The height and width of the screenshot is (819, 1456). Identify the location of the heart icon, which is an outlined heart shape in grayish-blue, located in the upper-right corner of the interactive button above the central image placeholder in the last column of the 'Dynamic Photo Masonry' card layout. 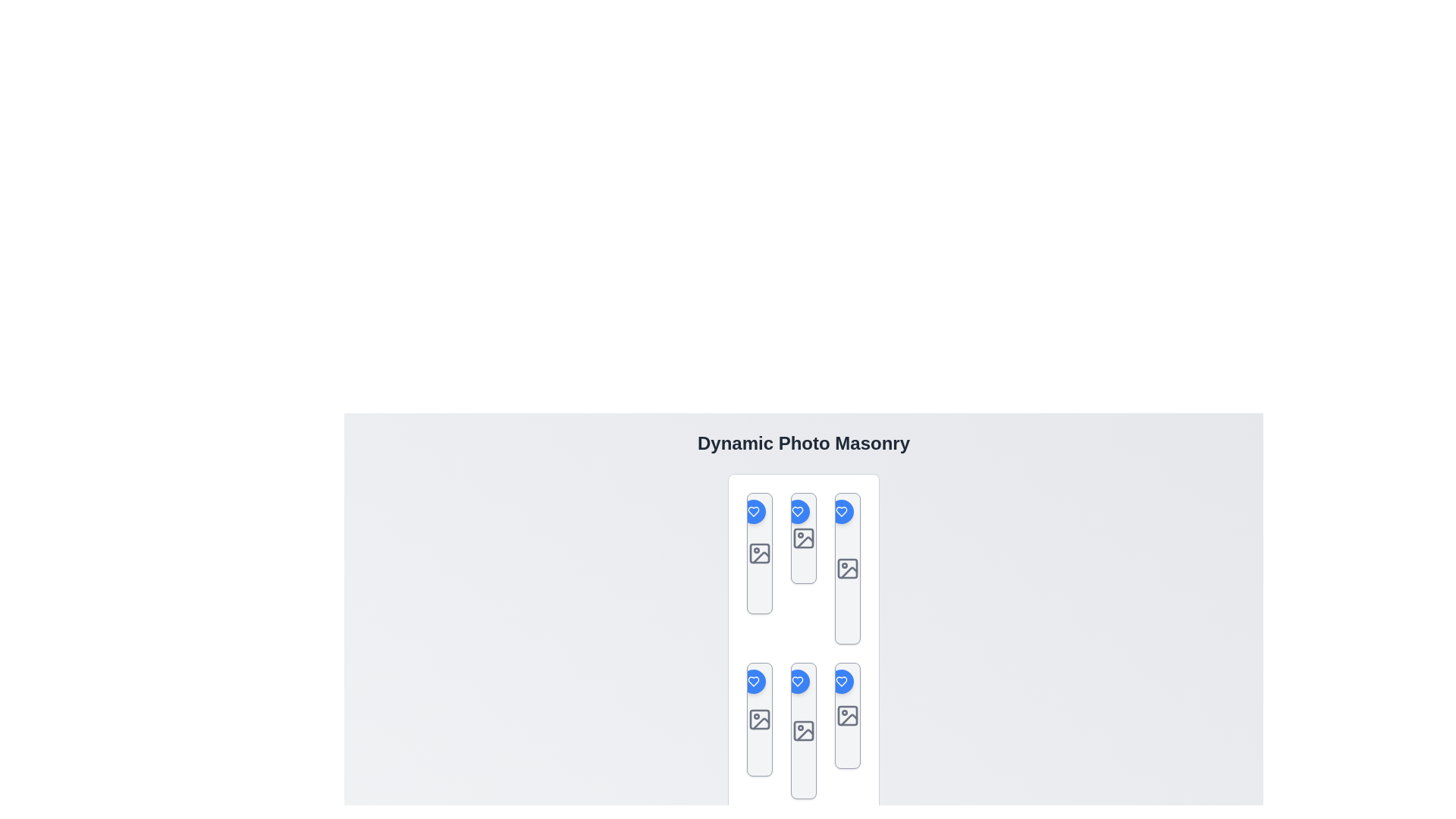
(796, 680).